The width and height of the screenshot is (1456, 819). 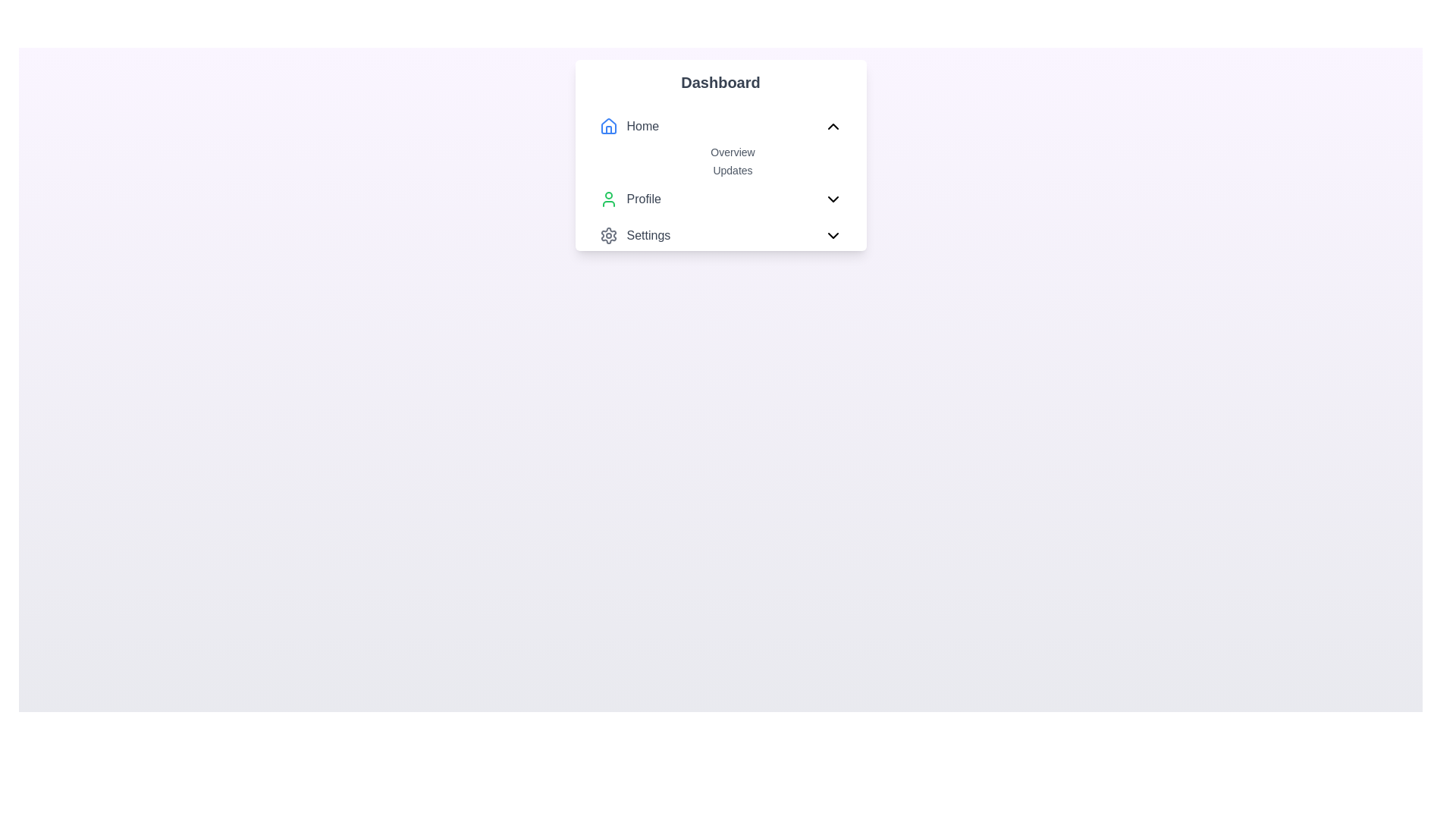 I want to click on the 'Home' text label, which is styled with a medium font size and gray color, located, so click(x=642, y=125).